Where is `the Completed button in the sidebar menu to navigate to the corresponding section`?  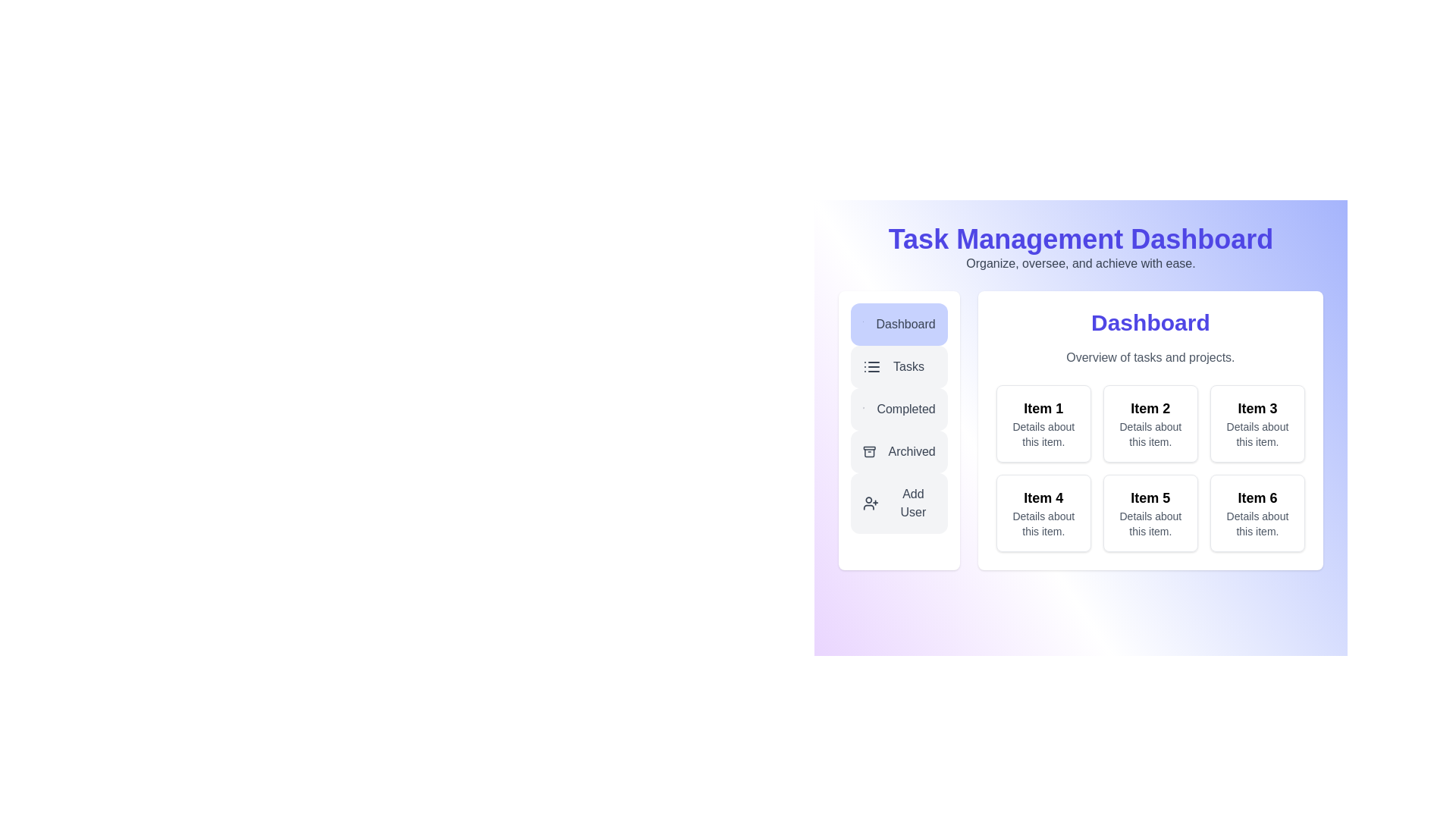
the Completed button in the sidebar menu to navigate to the corresponding section is located at coordinates (899, 409).